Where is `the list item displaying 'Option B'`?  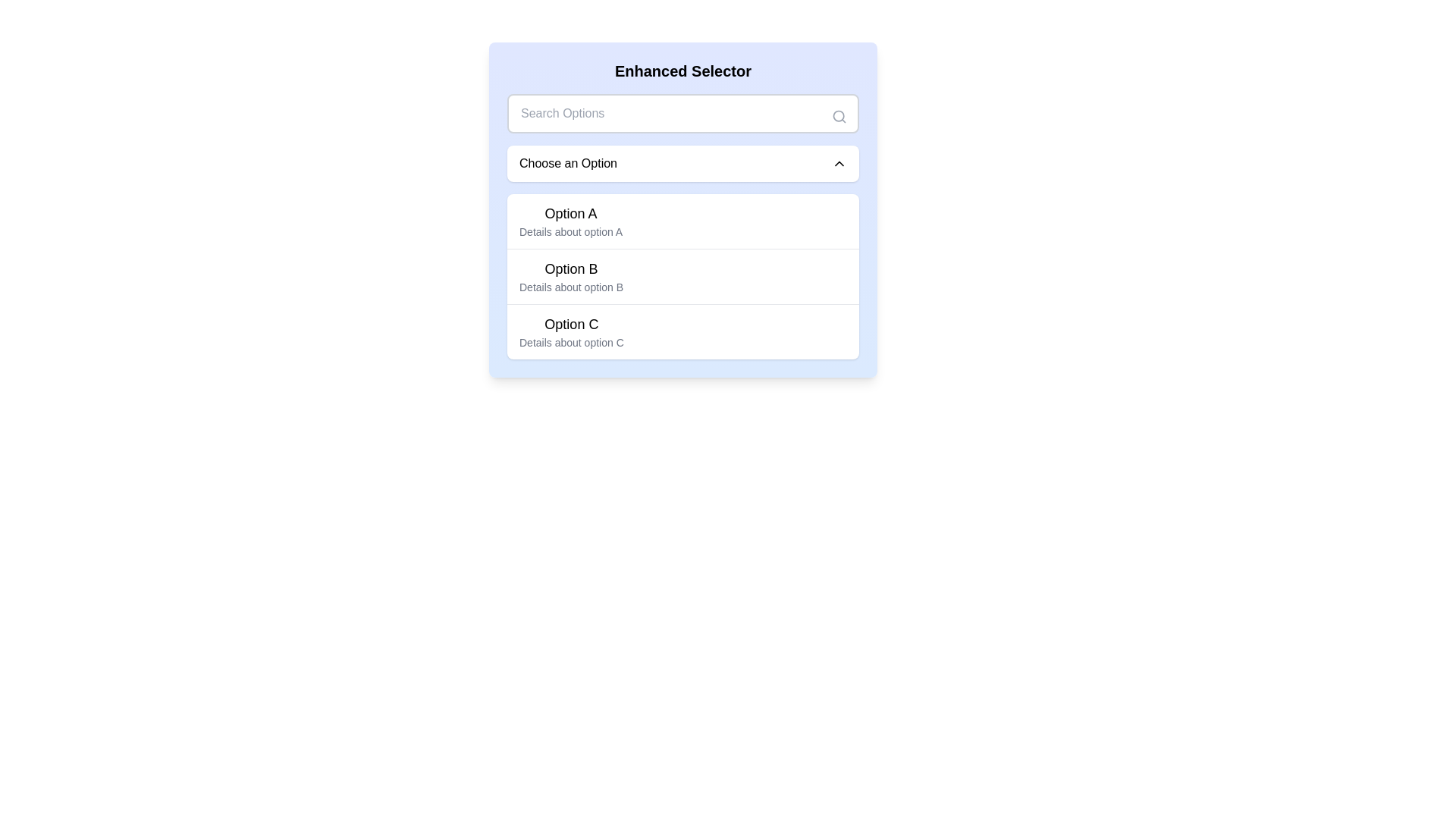 the list item displaying 'Option B' is located at coordinates (682, 276).